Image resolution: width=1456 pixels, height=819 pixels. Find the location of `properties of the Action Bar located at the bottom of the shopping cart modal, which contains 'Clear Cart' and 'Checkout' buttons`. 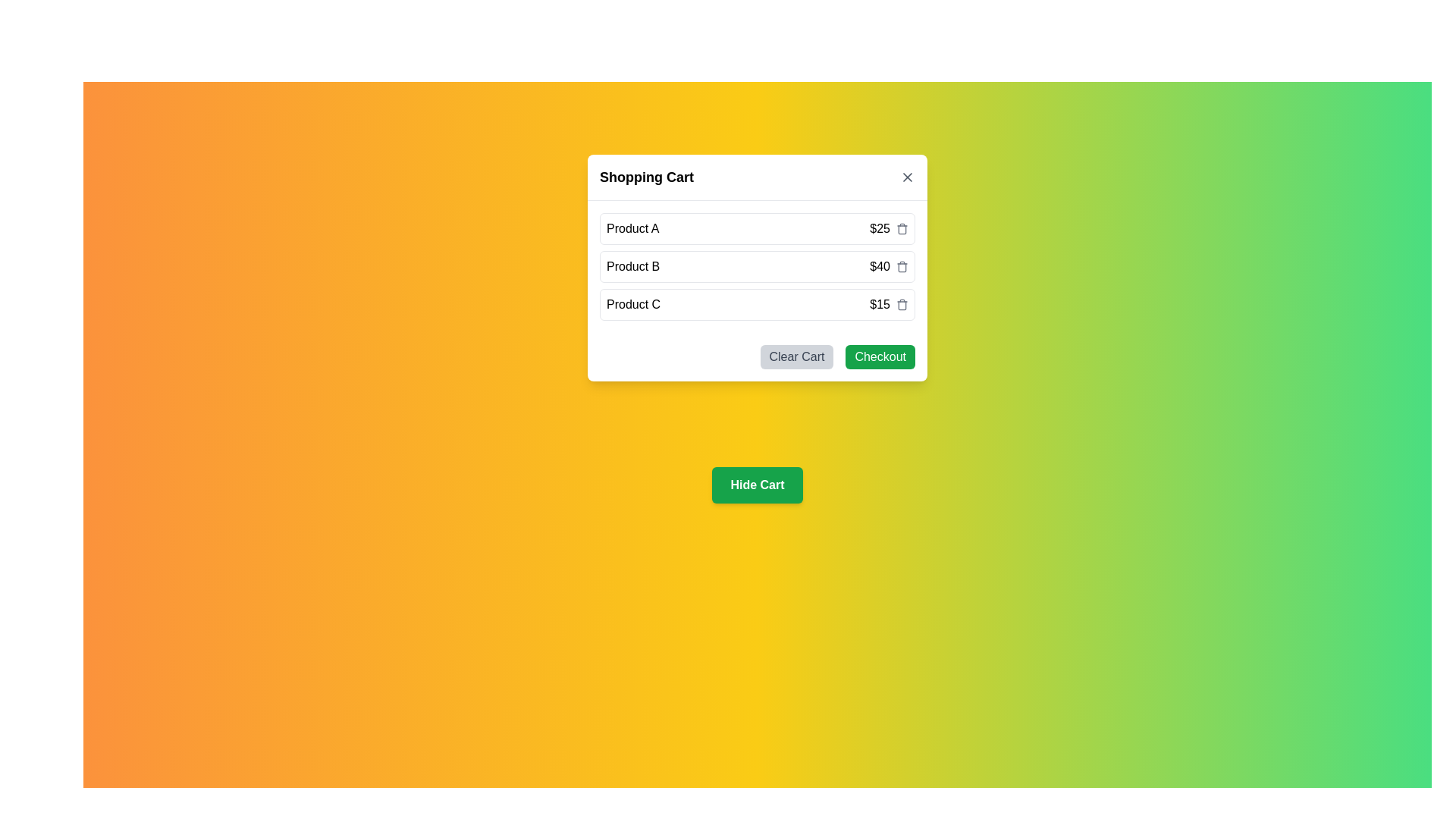

properties of the Action Bar located at the bottom of the shopping cart modal, which contains 'Clear Cart' and 'Checkout' buttons is located at coordinates (757, 356).